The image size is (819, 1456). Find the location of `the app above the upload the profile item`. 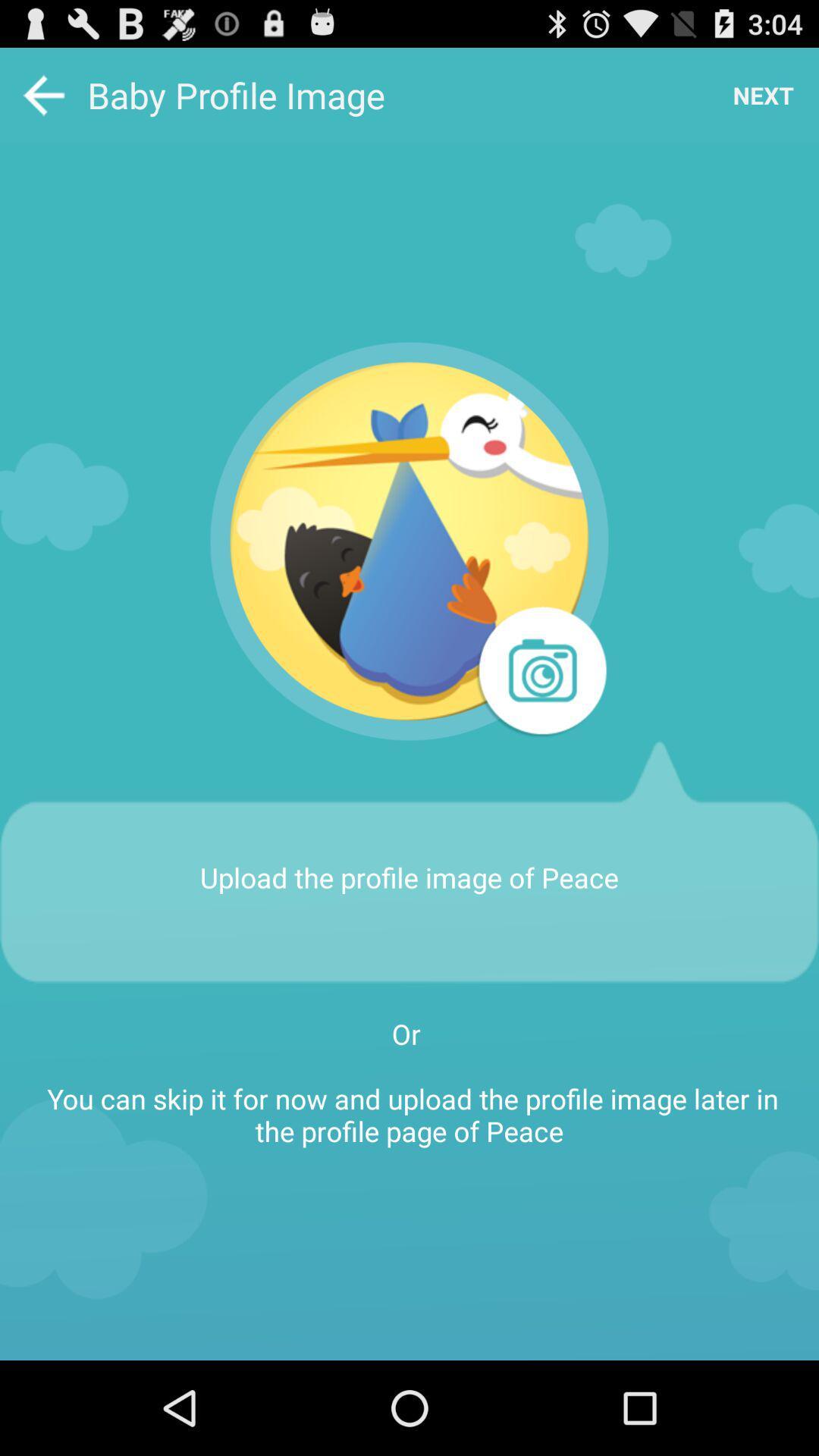

the app above the upload the profile item is located at coordinates (540, 672).